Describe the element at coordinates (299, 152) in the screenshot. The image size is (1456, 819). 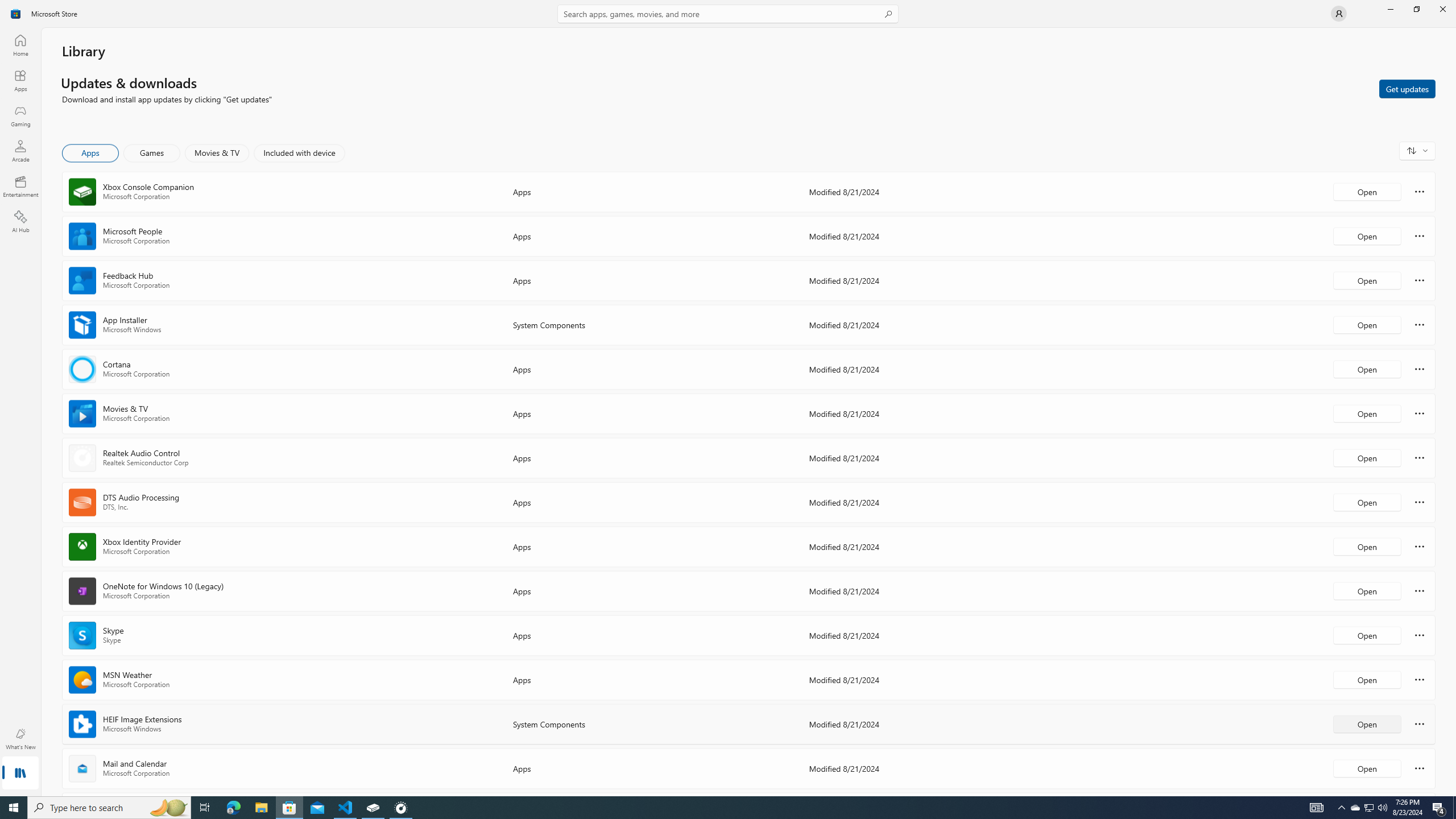
I see `'Included with device'` at that location.